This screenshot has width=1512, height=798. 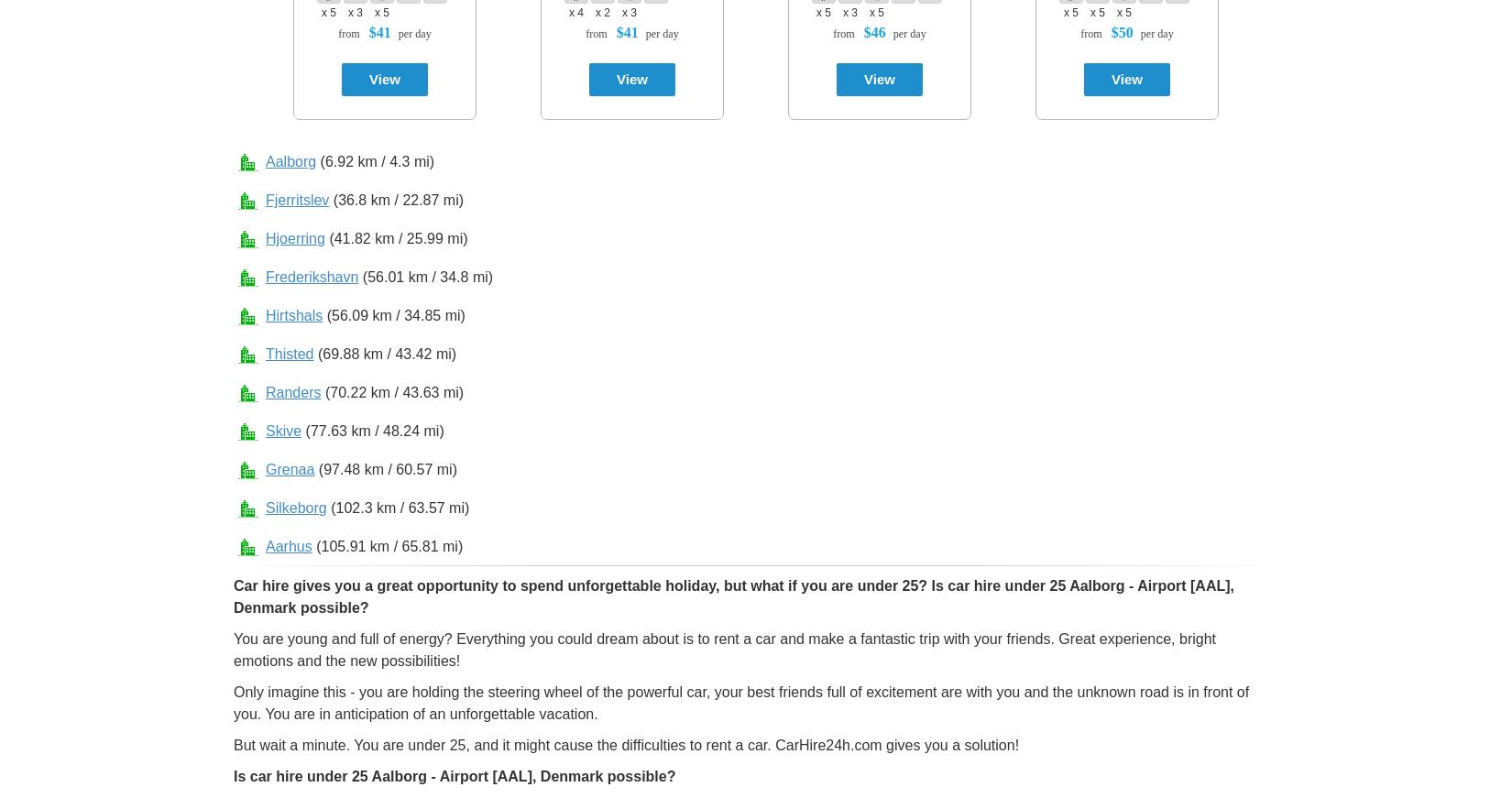 What do you see at coordinates (453, 776) in the screenshot?
I see `'Is car hire under 25 Aalborg - Airport [AAL], Denmark possible?'` at bounding box center [453, 776].